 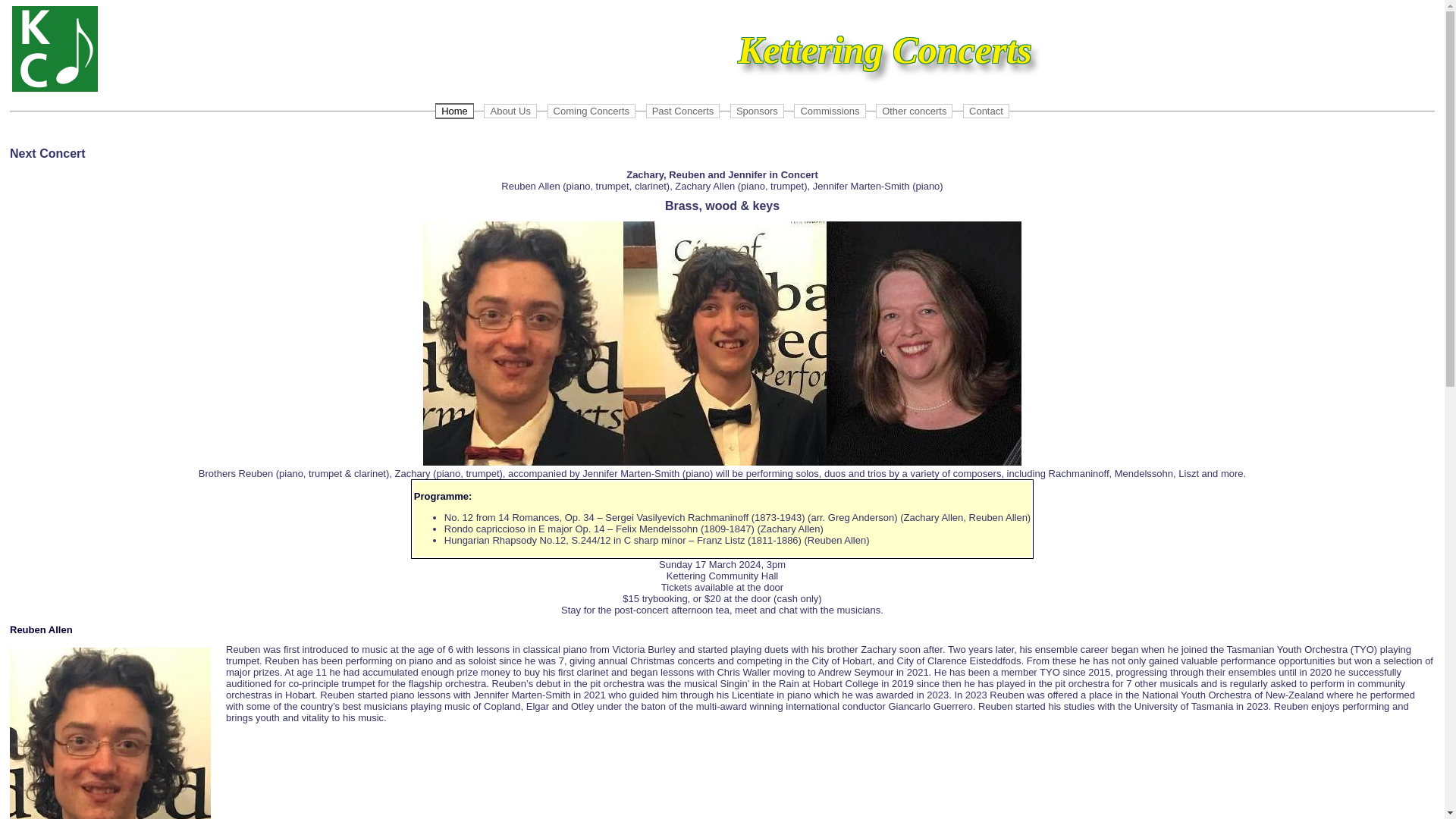 What do you see at coordinates (792, 110) in the screenshot?
I see `'Commissions'` at bounding box center [792, 110].